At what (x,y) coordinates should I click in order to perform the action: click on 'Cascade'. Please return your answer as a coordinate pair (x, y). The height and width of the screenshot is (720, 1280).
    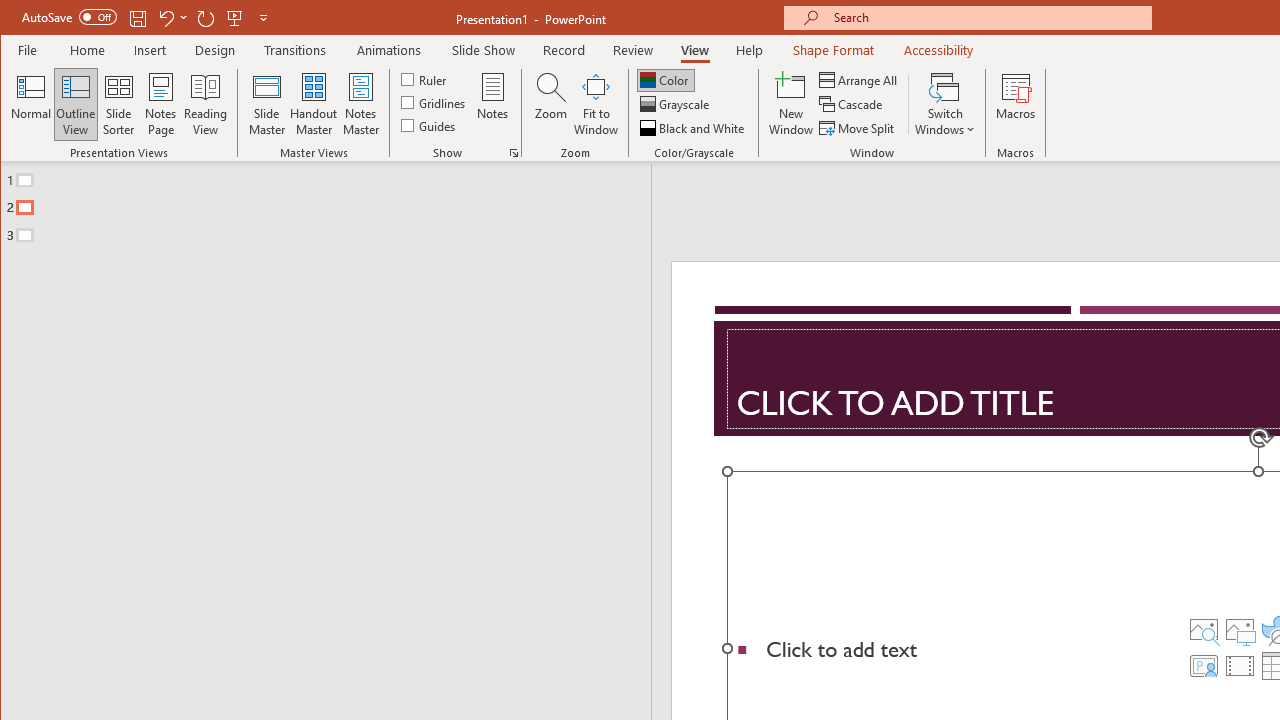
    Looking at the image, I should click on (853, 104).